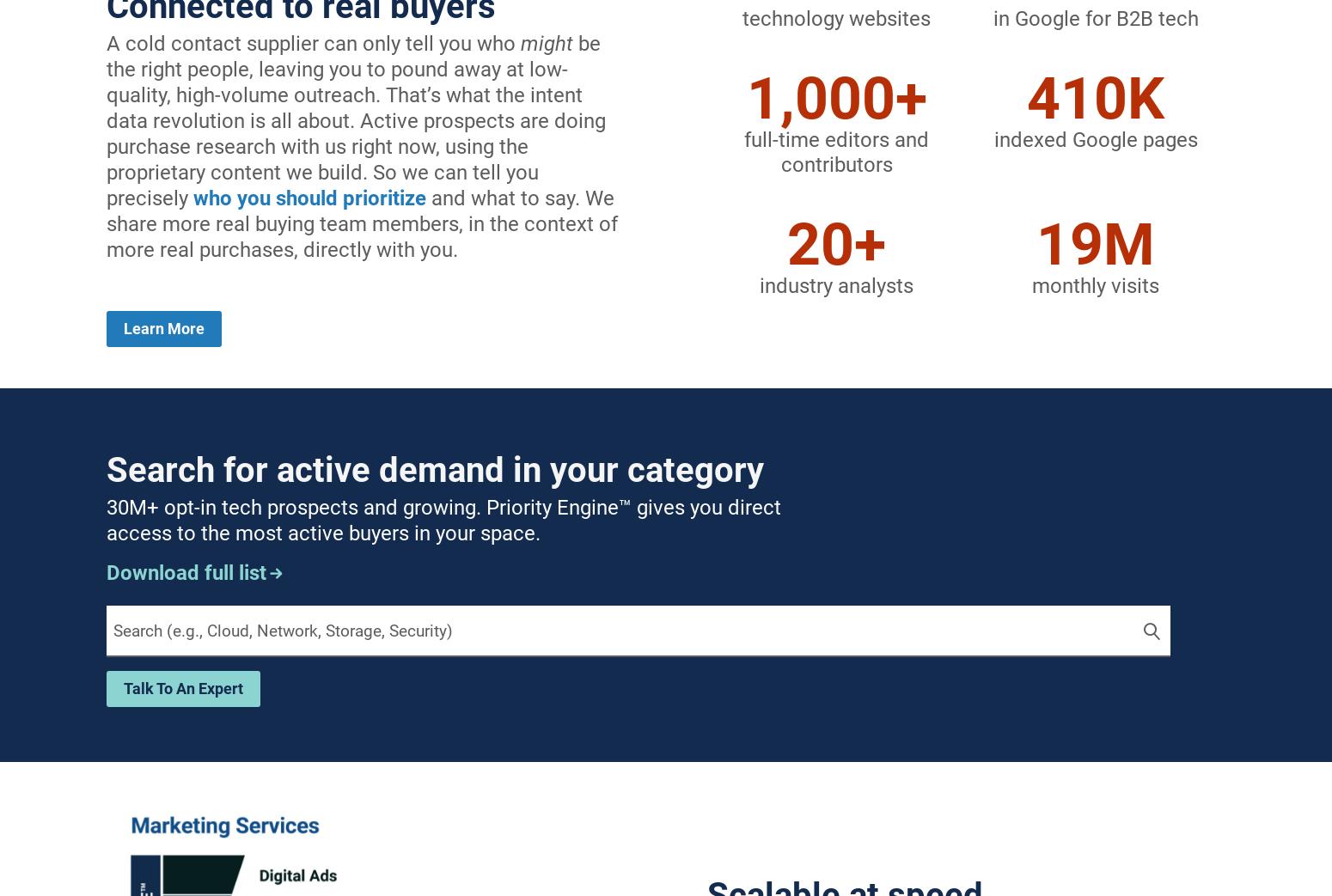 The width and height of the screenshot is (1332, 896). I want to click on 'and what to say. We share more real buying team members, in the context of more real purchases, directly with you.', so click(362, 223).